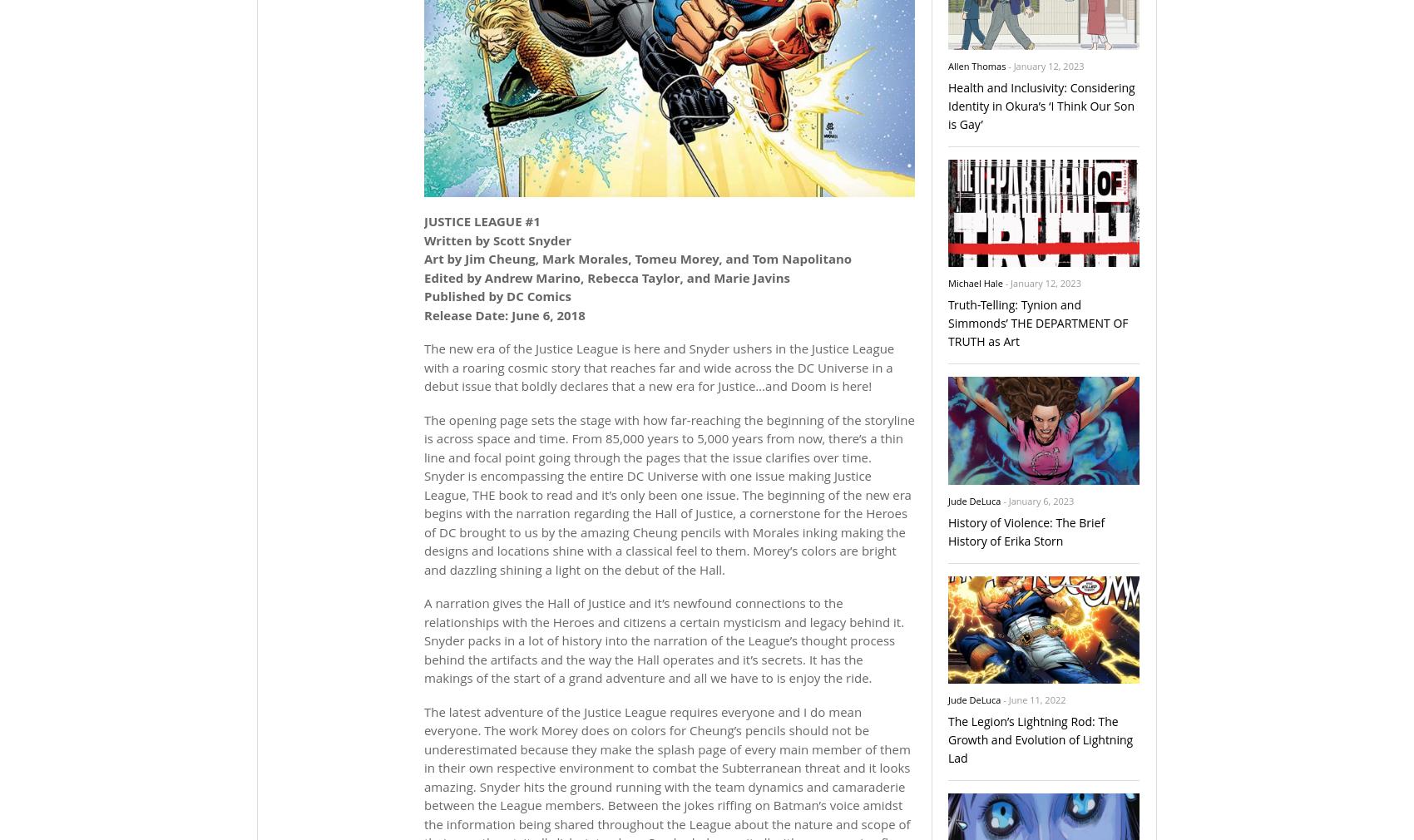 This screenshot has height=840, width=1414. Describe the element at coordinates (1040, 739) in the screenshot. I see `'The Legion’s Lightning Rod: The Growth and Evolution of Lightning Lad'` at that location.